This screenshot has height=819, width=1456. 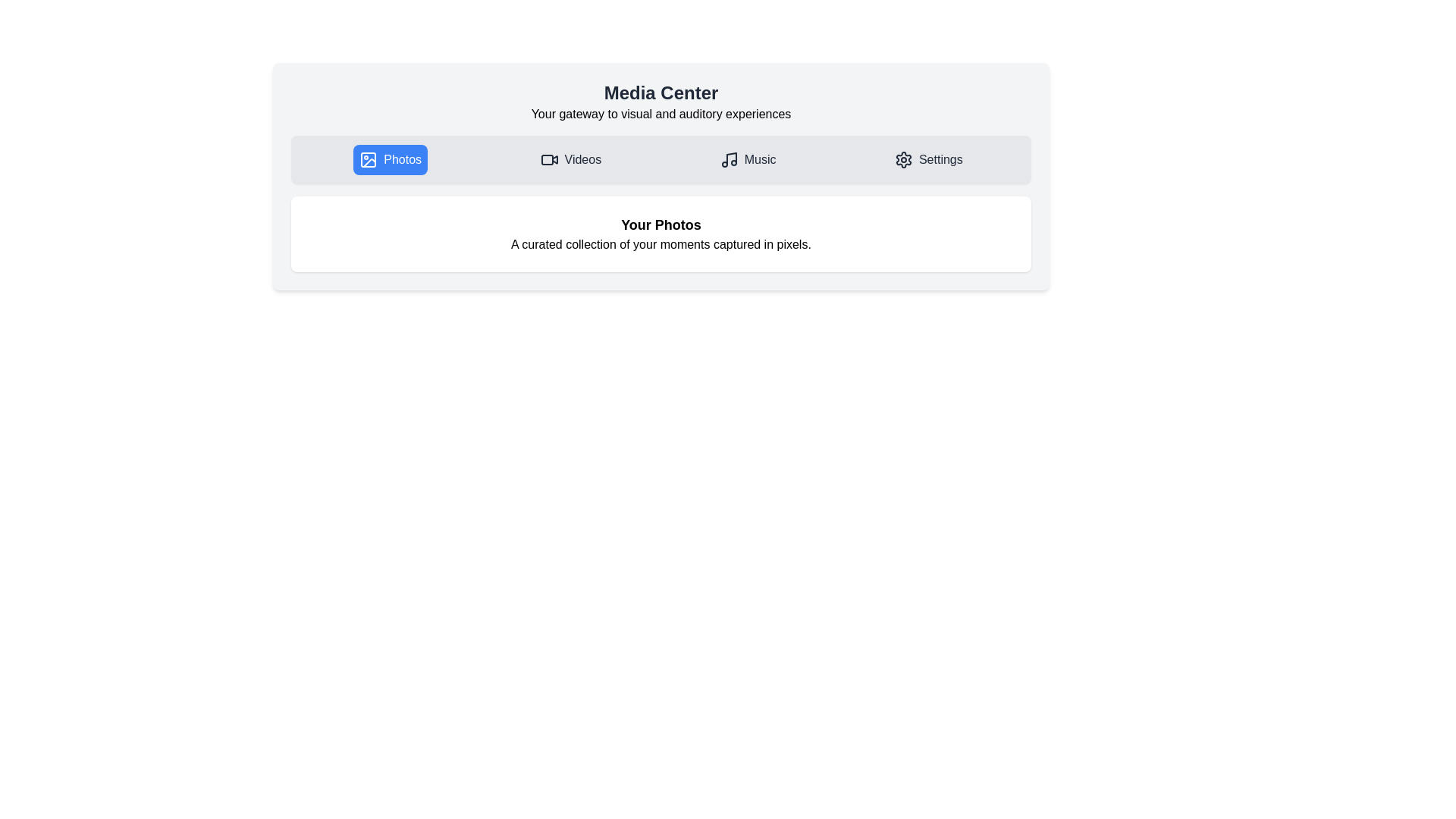 I want to click on the 'Music' icon in the navigation menu, so click(x=729, y=160).